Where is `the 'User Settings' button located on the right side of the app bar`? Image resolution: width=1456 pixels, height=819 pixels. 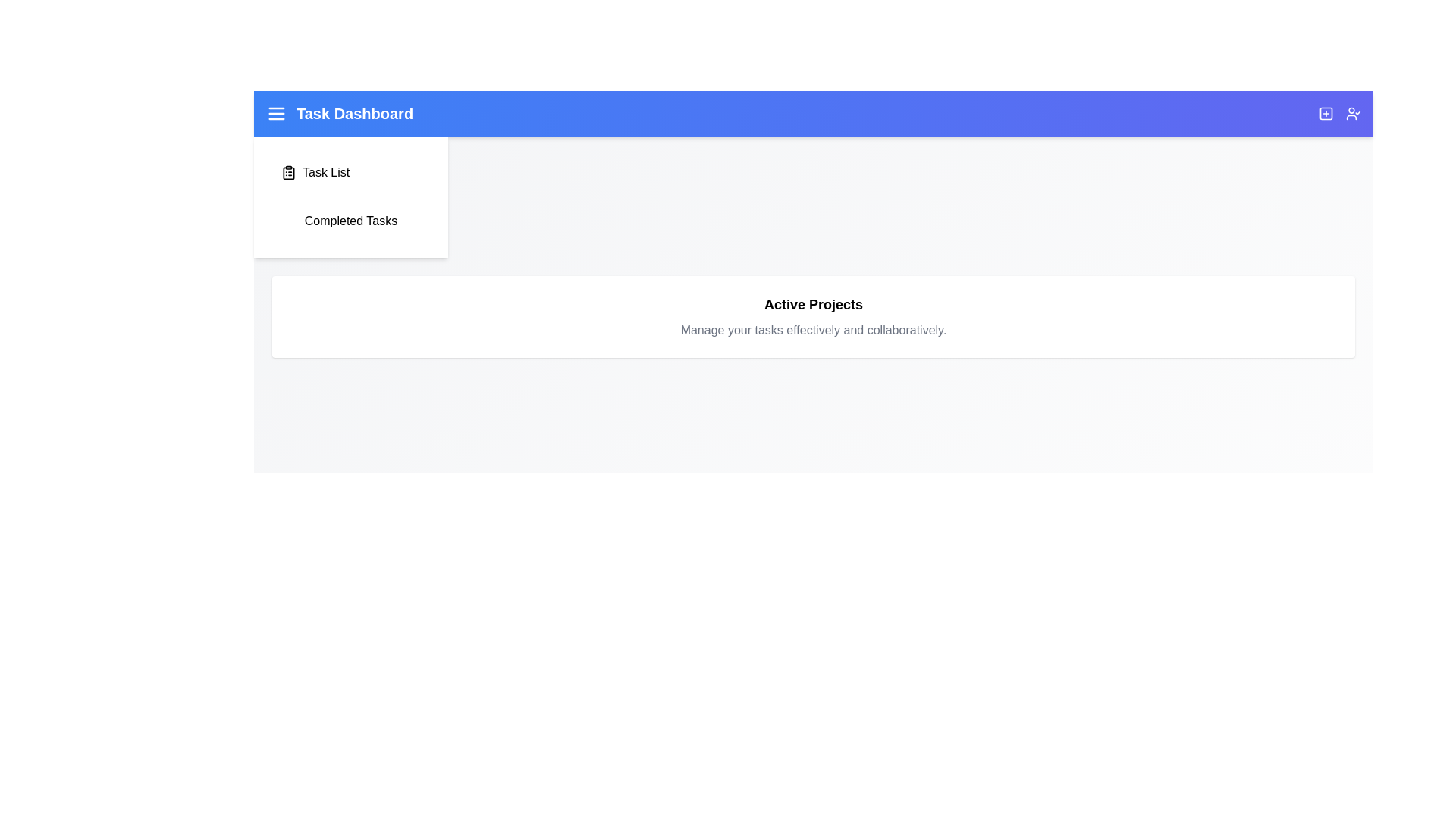 the 'User Settings' button located on the right side of the app bar is located at coordinates (1354, 113).